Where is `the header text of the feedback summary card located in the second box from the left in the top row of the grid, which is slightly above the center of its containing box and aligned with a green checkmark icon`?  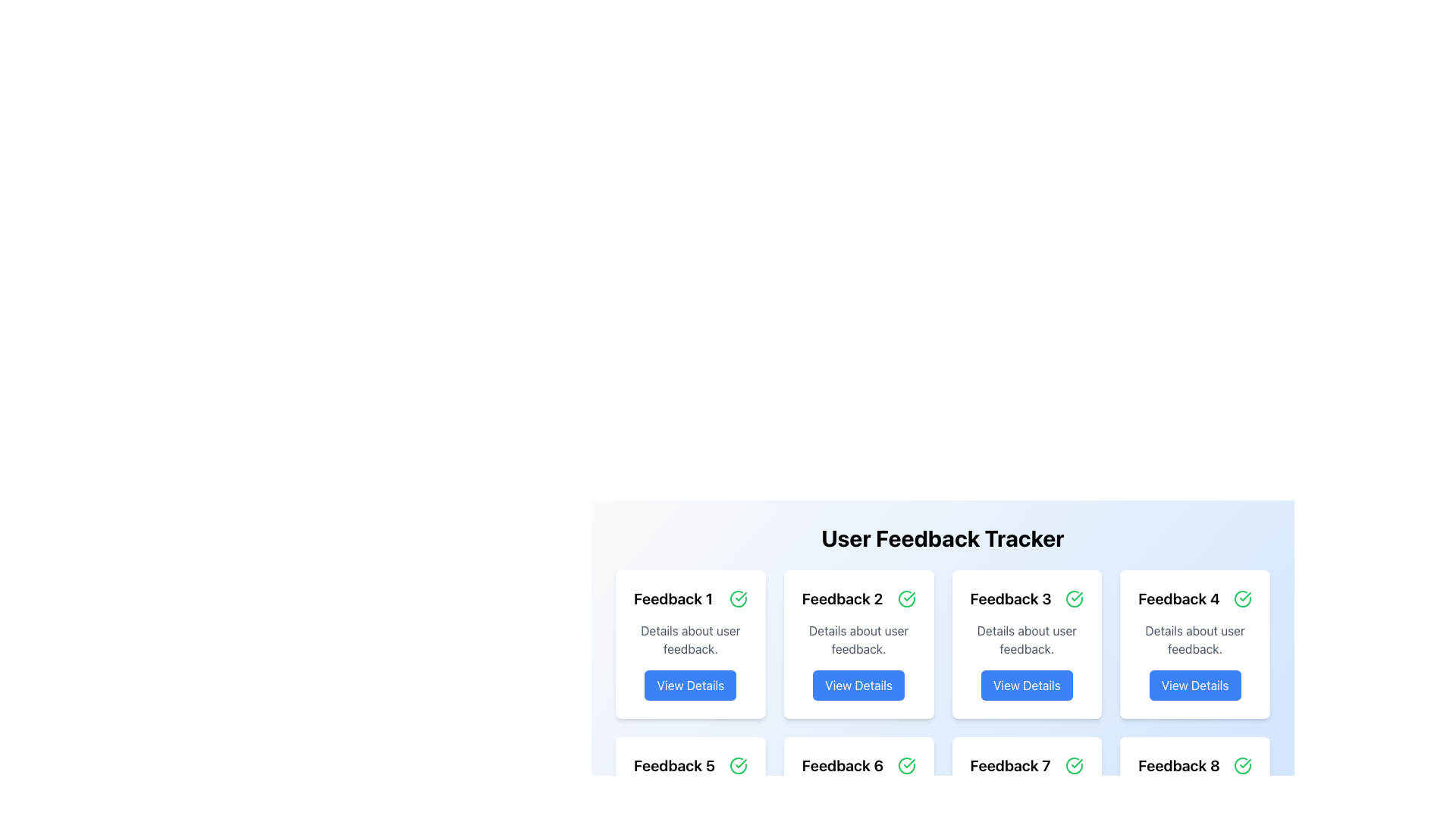 the header text of the feedback summary card located in the second box from the left in the top row of the grid, which is slightly above the center of its containing box and aligned with a green checkmark icon is located at coordinates (858, 598).